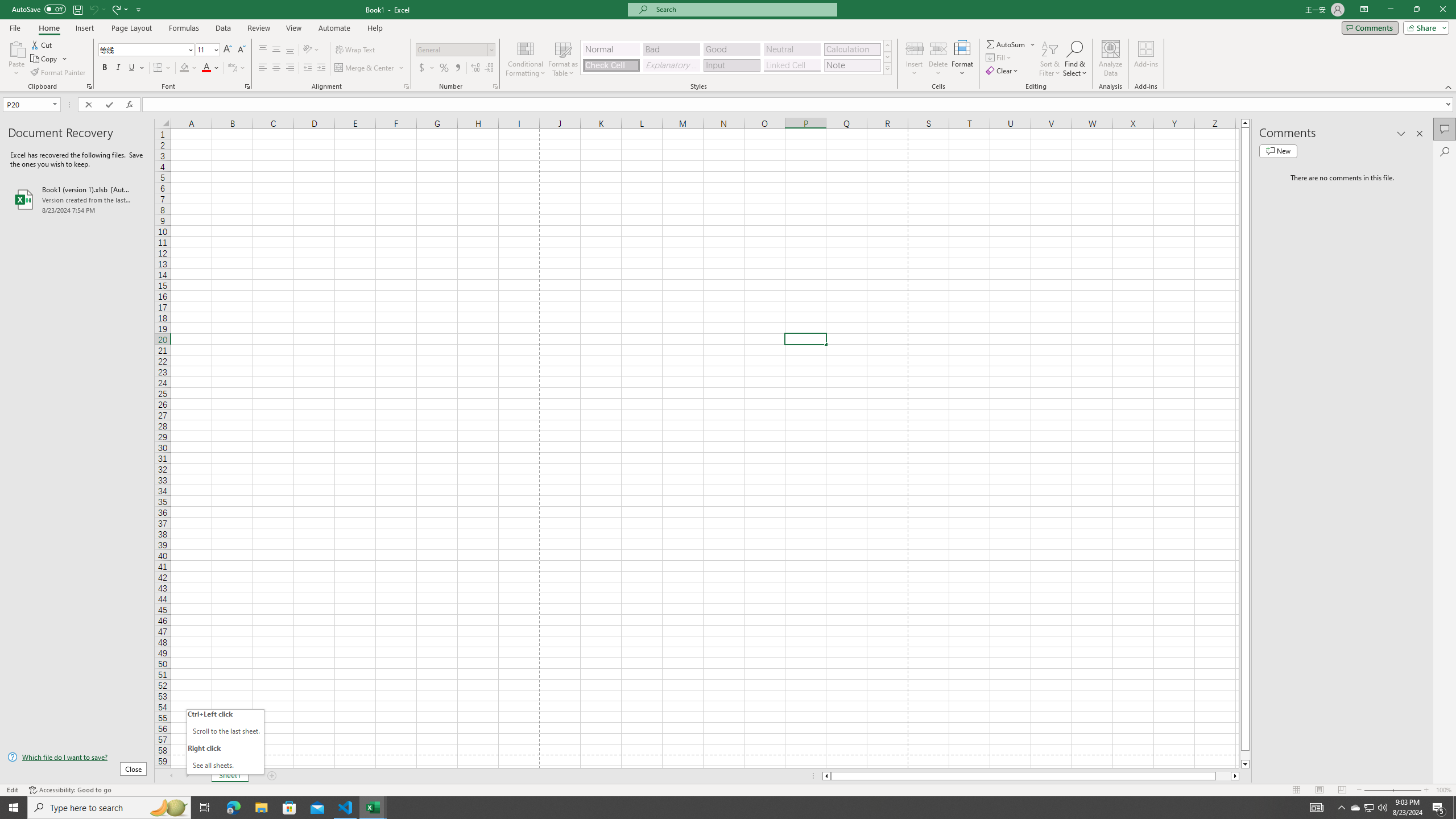 This screenshot has height=819, width=1456. Describe the element at coordinates (210, 67) in the screenshot. I see `'Font Color'` at that location.